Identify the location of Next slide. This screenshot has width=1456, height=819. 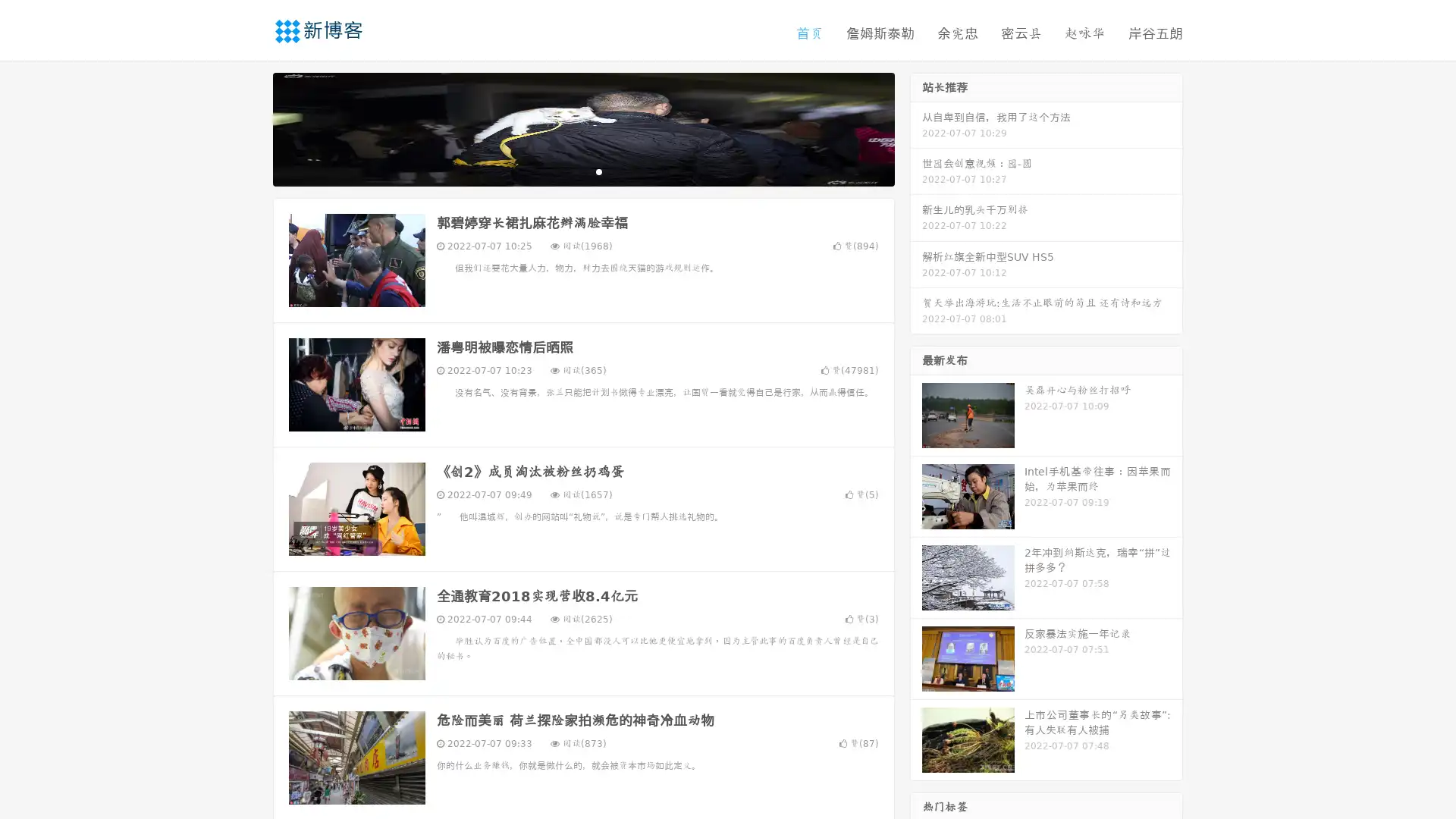
(916, 127).